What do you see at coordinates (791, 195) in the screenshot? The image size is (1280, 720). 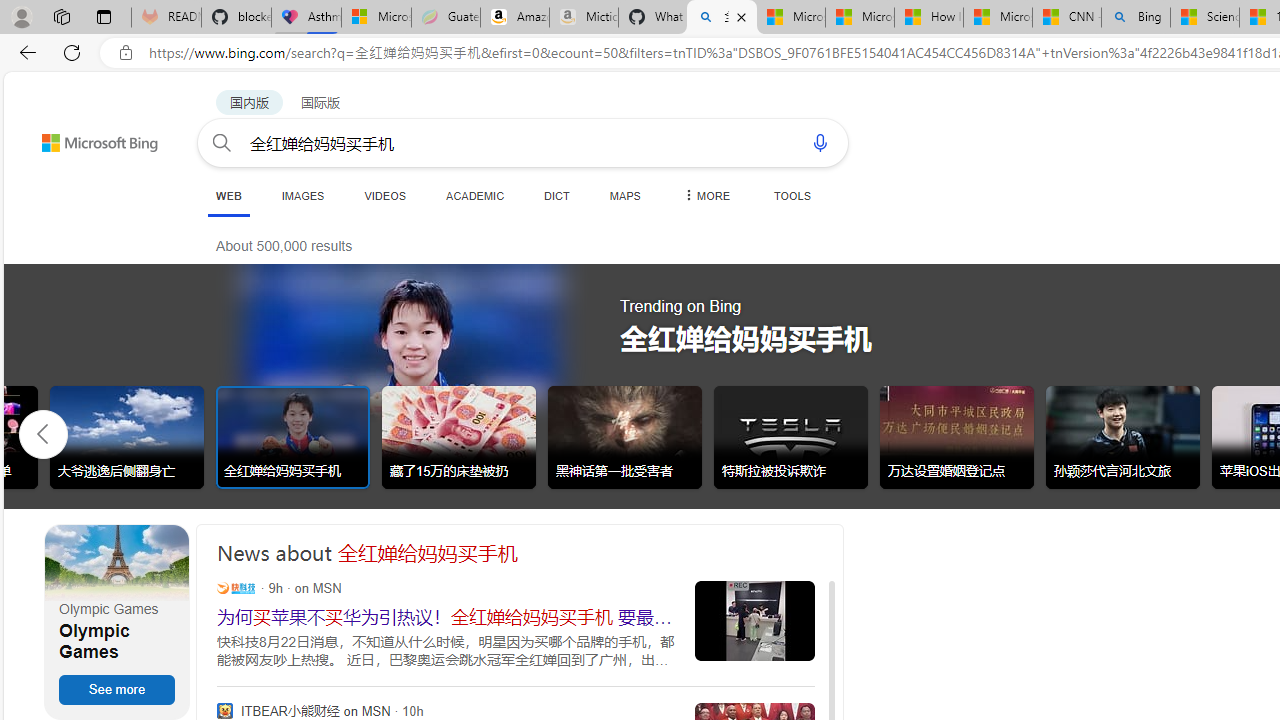 I see `'TOOLS'` at bounding box center [791, 195].